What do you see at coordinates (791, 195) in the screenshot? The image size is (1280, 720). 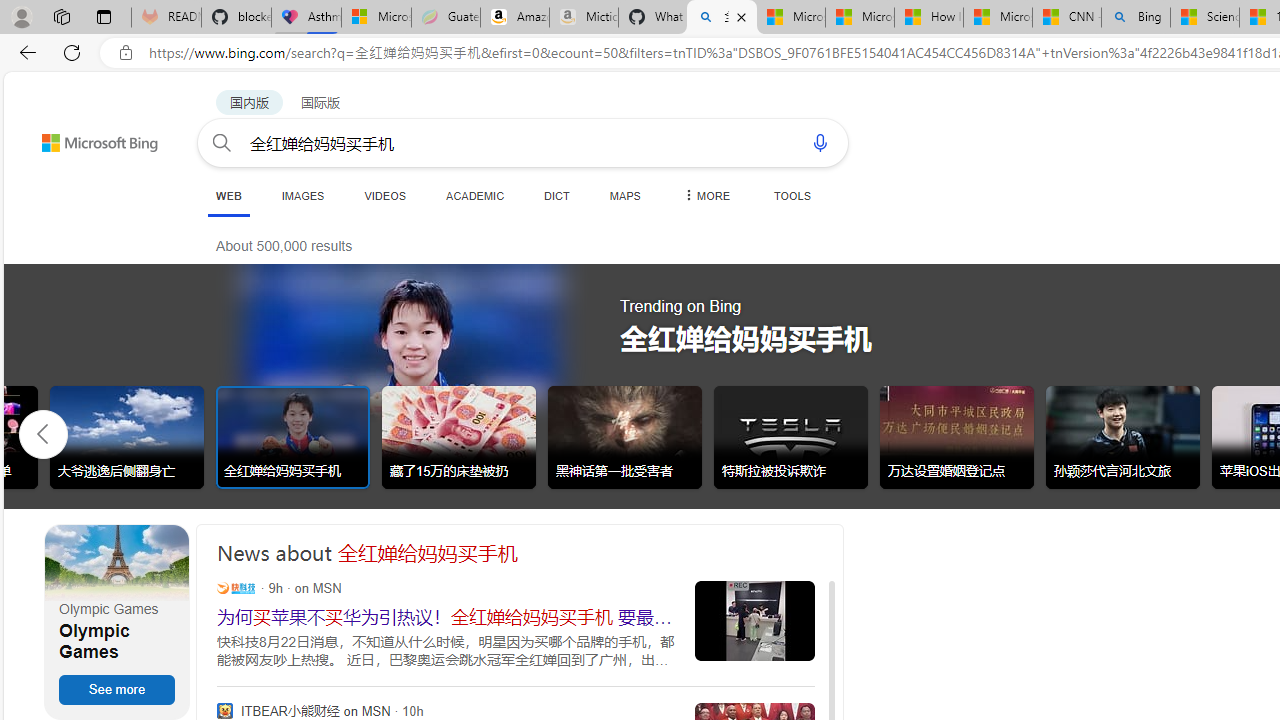 I see `'TOOLS'` at bounding box center [791, 195].